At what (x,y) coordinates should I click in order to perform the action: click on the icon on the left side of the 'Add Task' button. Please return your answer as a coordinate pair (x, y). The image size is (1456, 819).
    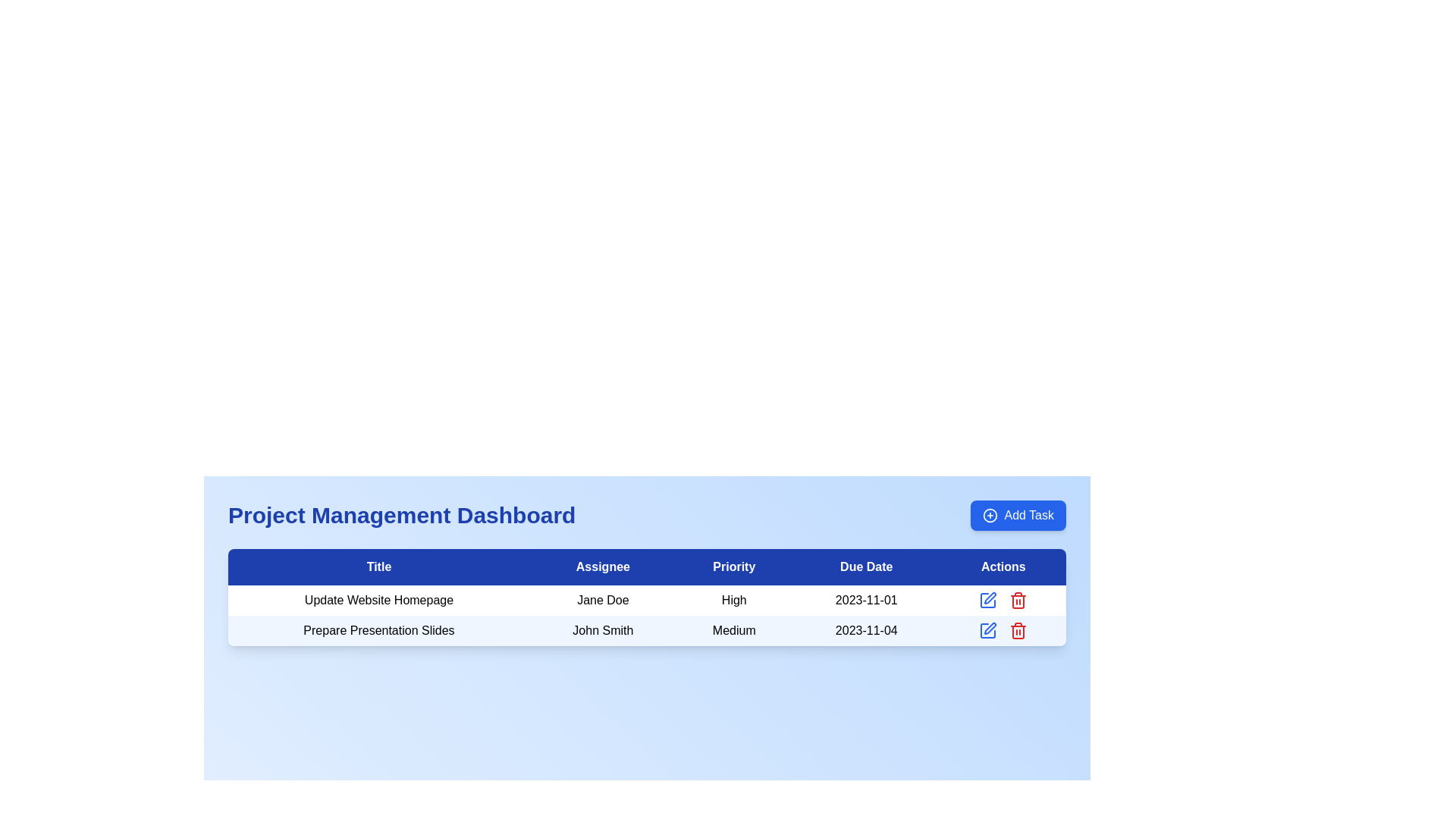
    Looking at the image, I should click on (990, 514).